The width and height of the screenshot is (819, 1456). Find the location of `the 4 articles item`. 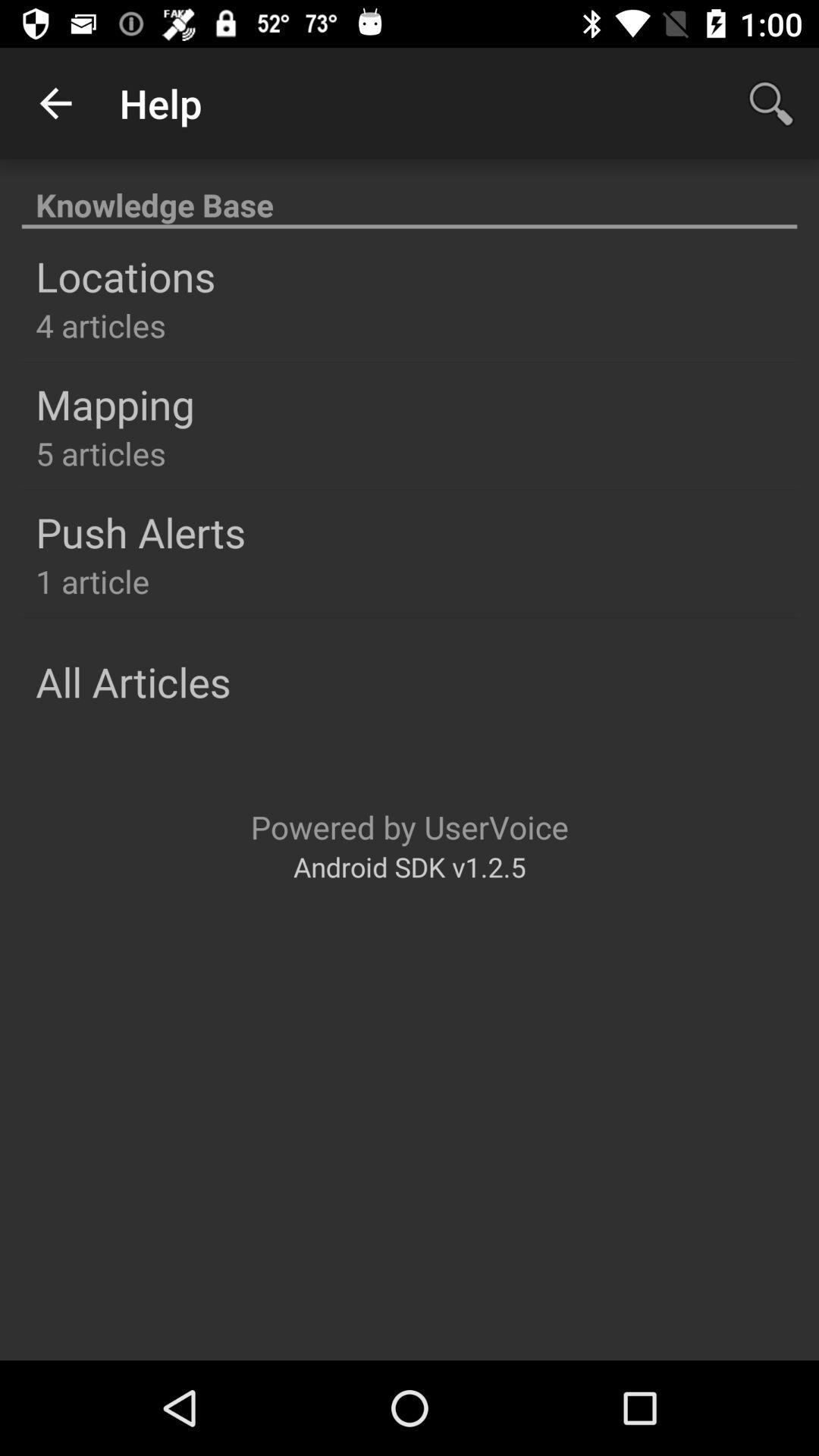

the 4 articles item is located at coordinates (101, 324).